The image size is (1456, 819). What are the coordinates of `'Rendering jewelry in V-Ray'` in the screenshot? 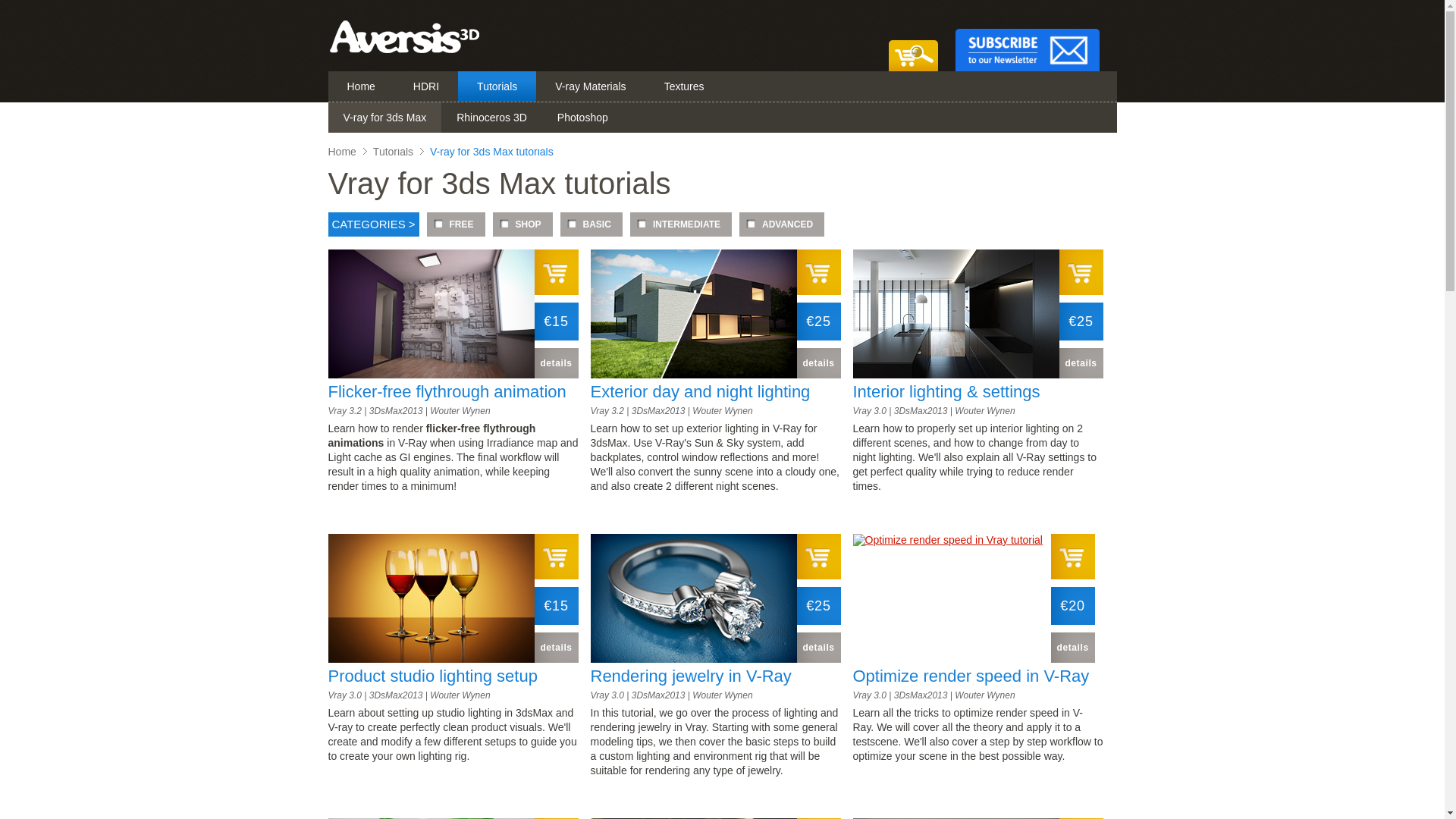 It's located at (588, 675).